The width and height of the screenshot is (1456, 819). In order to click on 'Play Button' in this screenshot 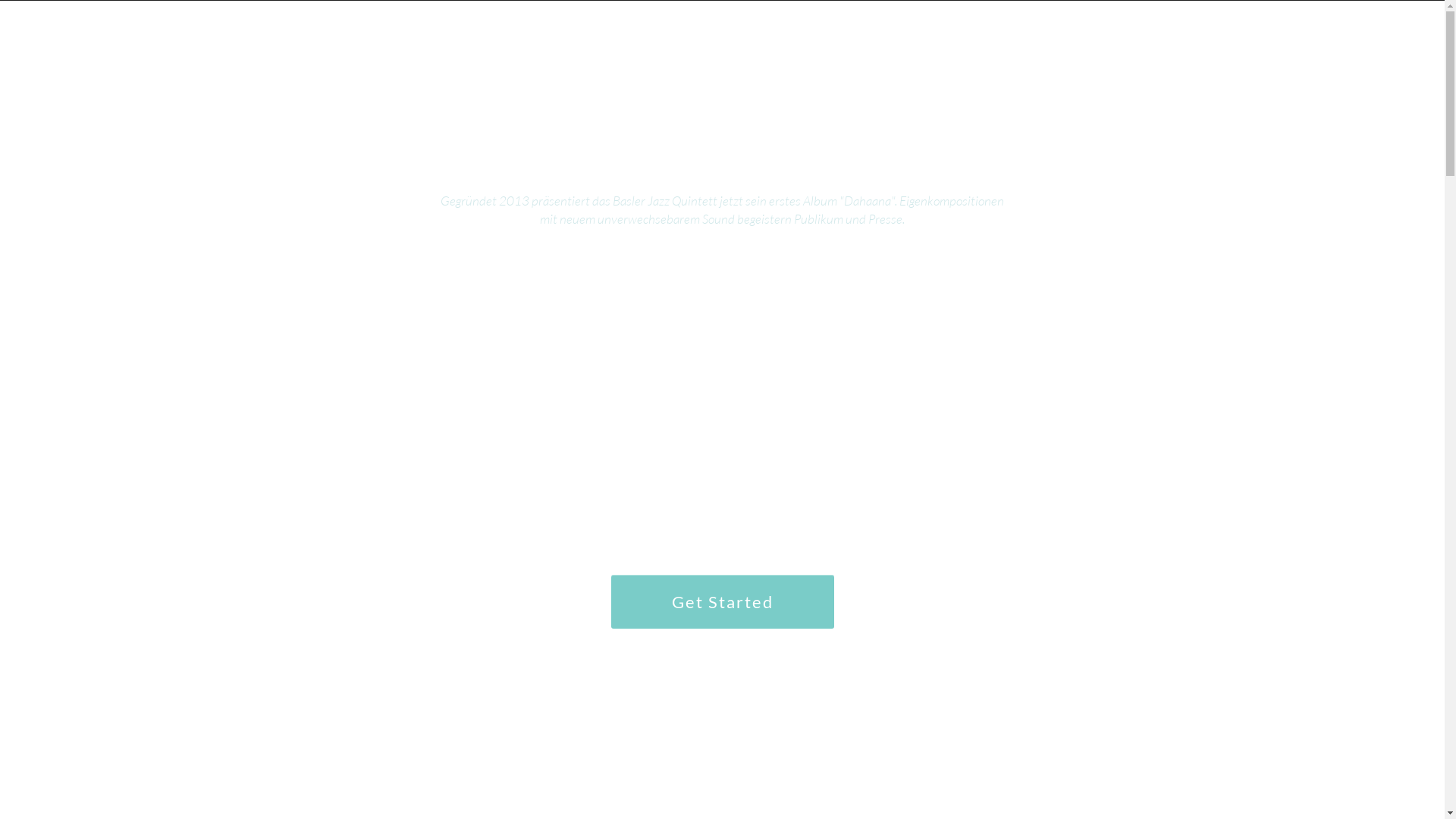, I will do `click(721, 339)`.